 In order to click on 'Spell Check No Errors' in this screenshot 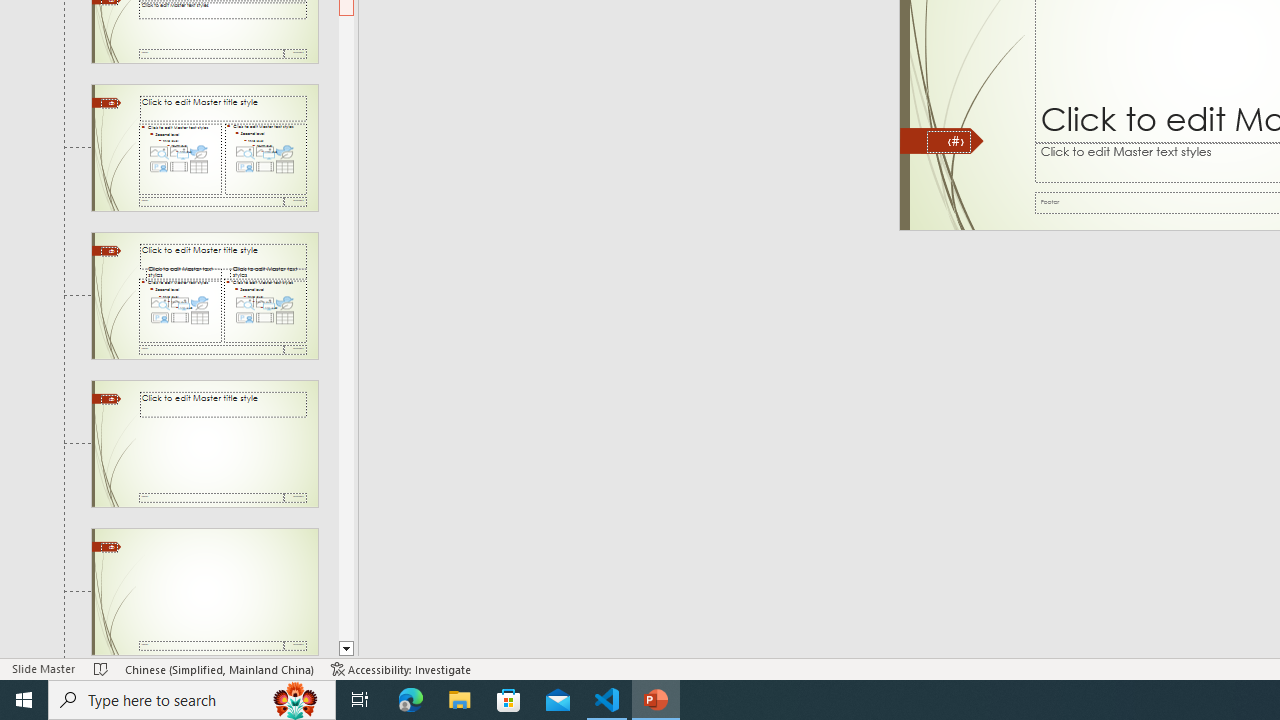, I will do `click(100, 669)`.